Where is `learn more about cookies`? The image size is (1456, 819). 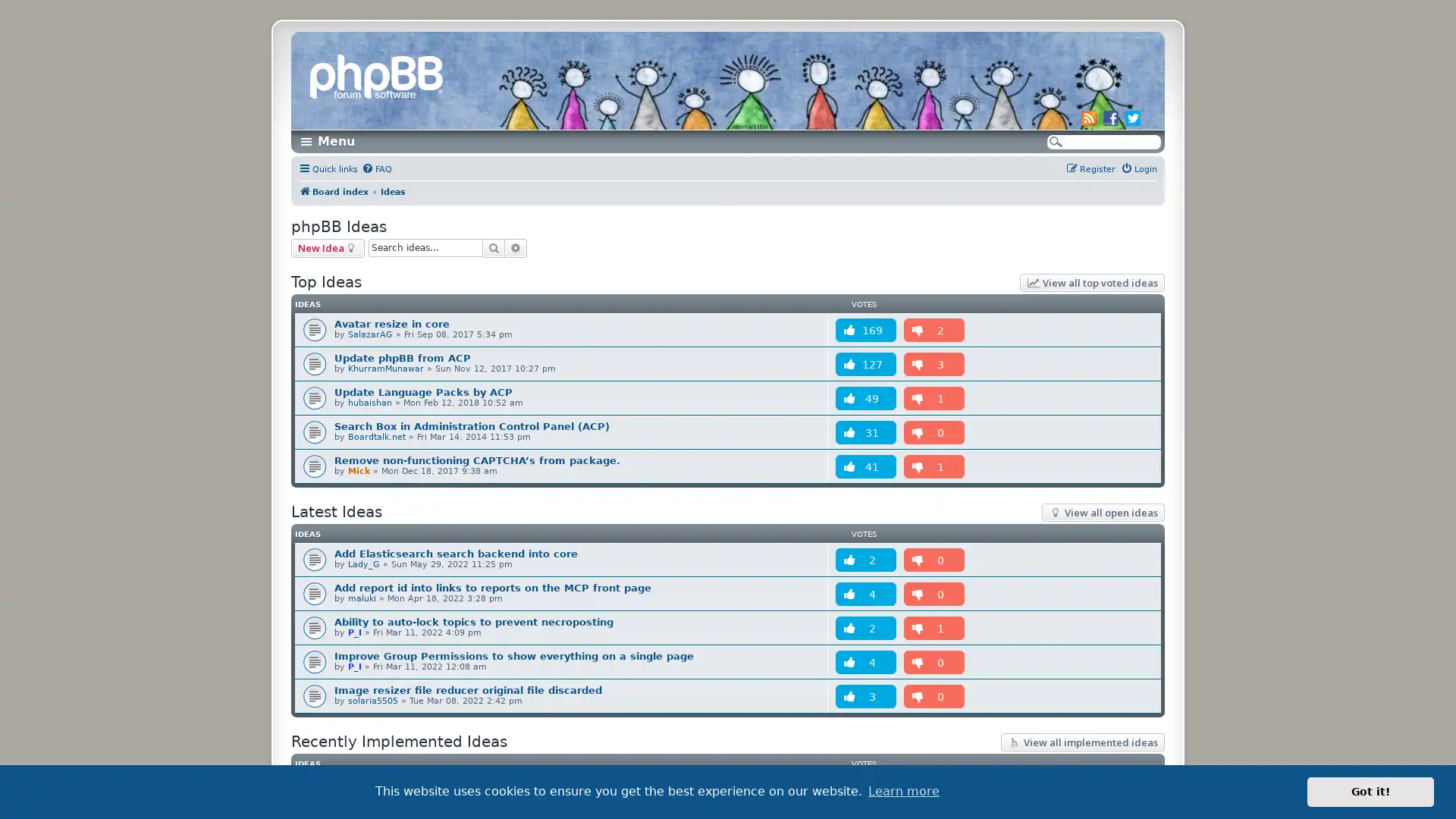
learn more about cookies is located at coordinates (903, 791).